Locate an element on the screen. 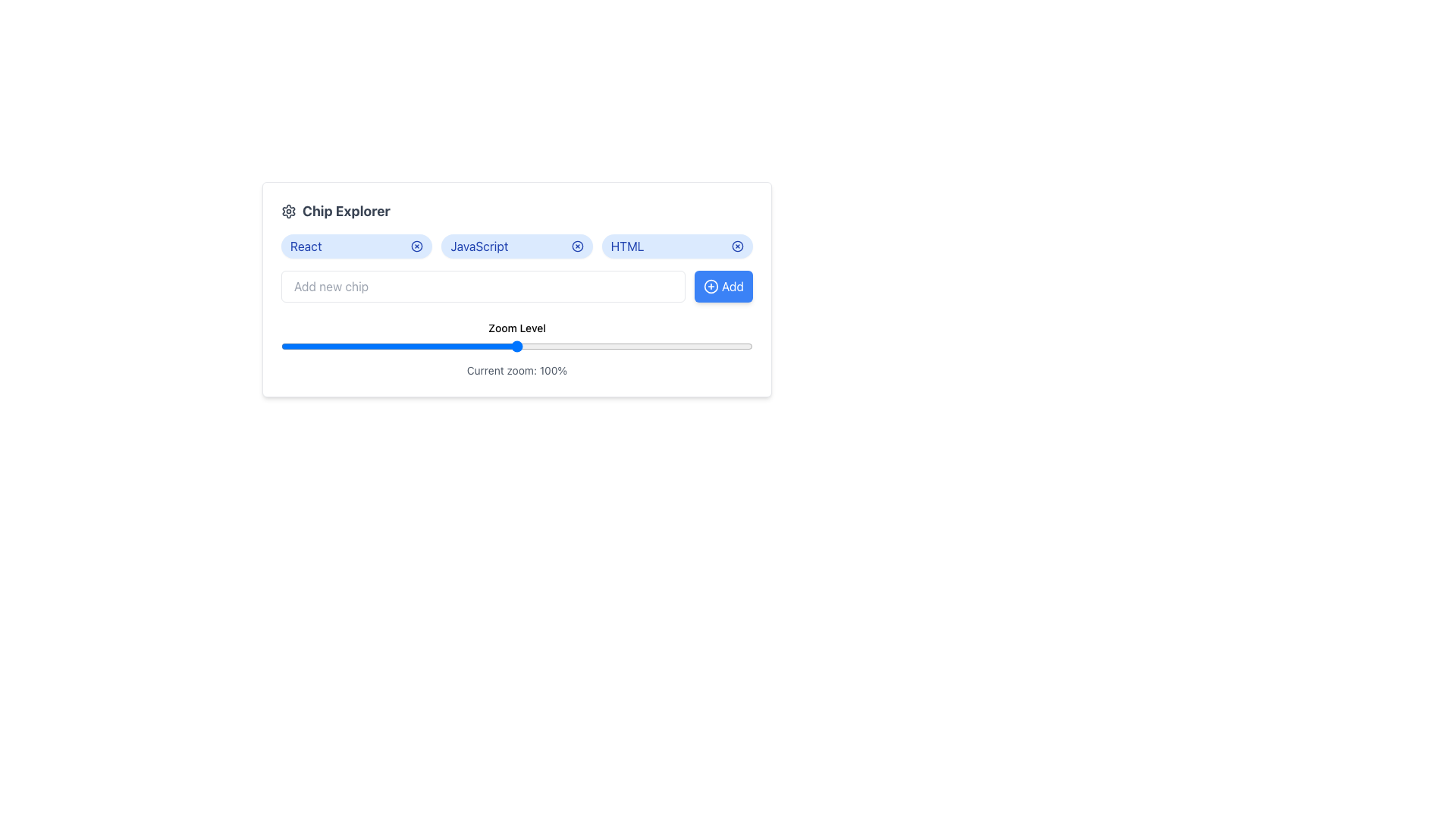 The image size is (1456, 819). the second chip labeled 'JavaScript' within the Chip group is located at coordinates (516, 245).